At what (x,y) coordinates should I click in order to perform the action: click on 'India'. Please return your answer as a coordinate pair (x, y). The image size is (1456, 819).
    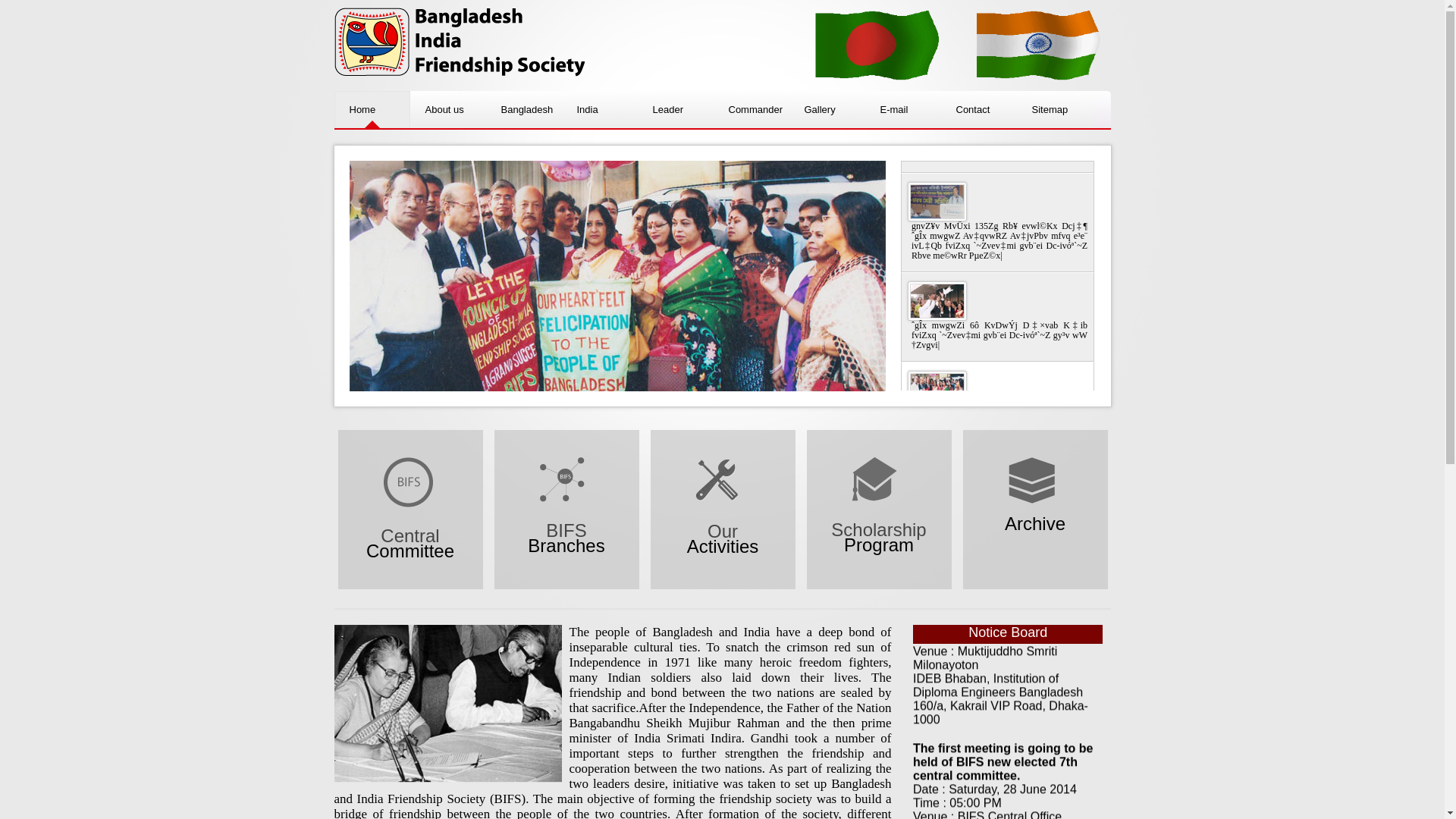
    Looking at the image, I should click on (598, 108).